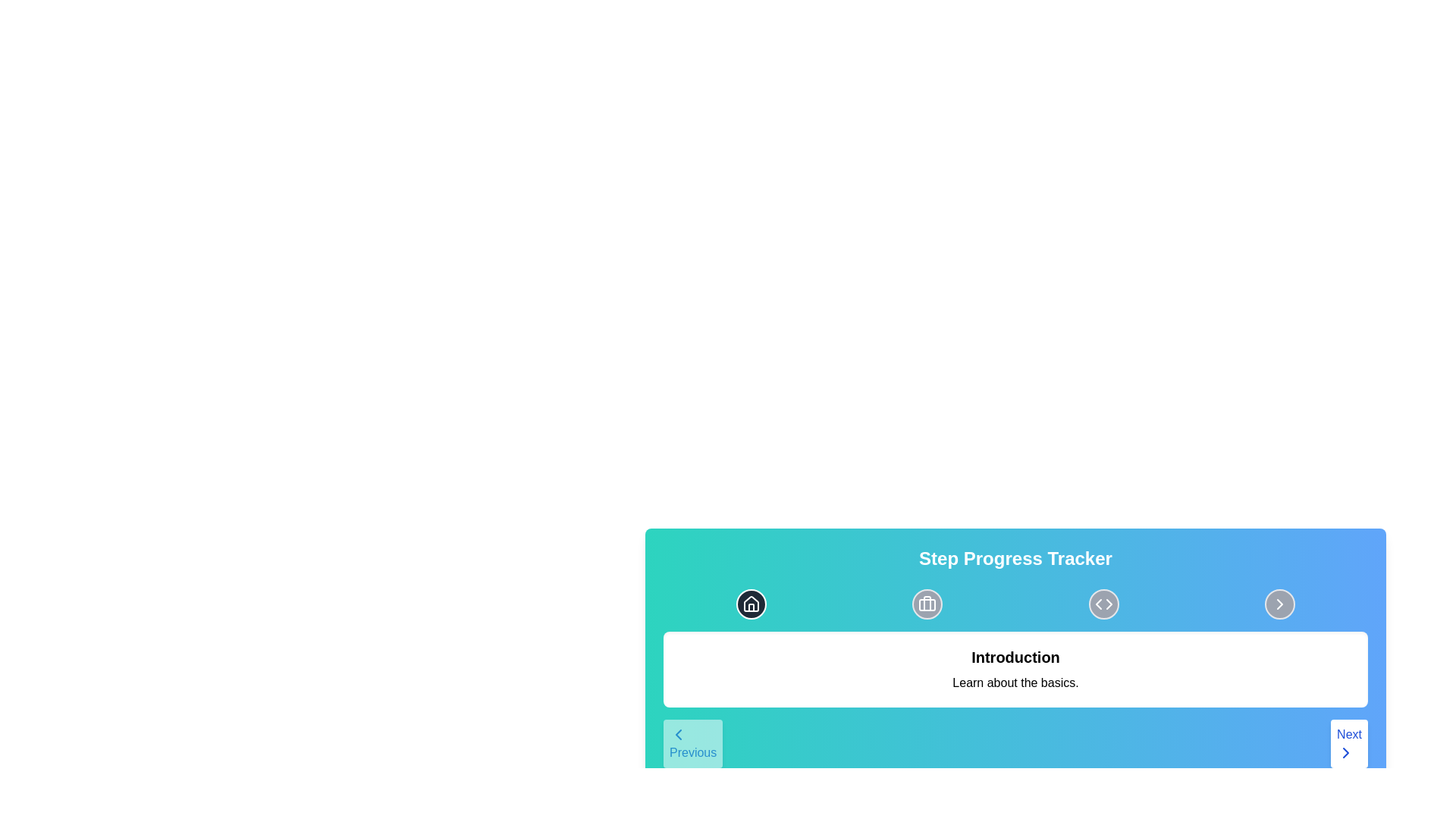 The width and height of the screenshot is (1456, 819). I want to click on the first navigation button located in the bottom section of the blue gradient area to redirect users to the homepage or main section, so click(752, 604).